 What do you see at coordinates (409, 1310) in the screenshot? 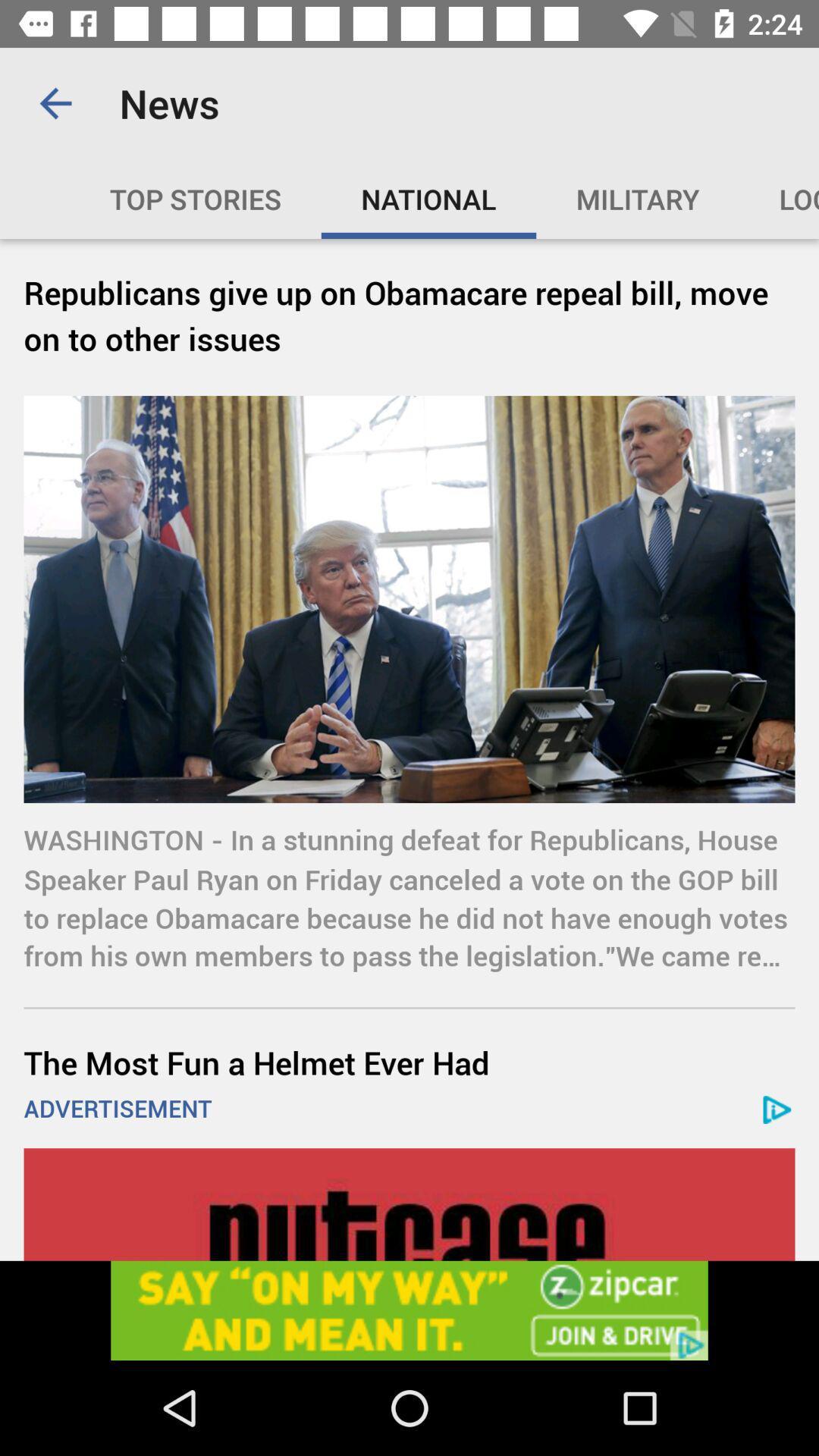
I see `open` at bounding box center [409, 1310].